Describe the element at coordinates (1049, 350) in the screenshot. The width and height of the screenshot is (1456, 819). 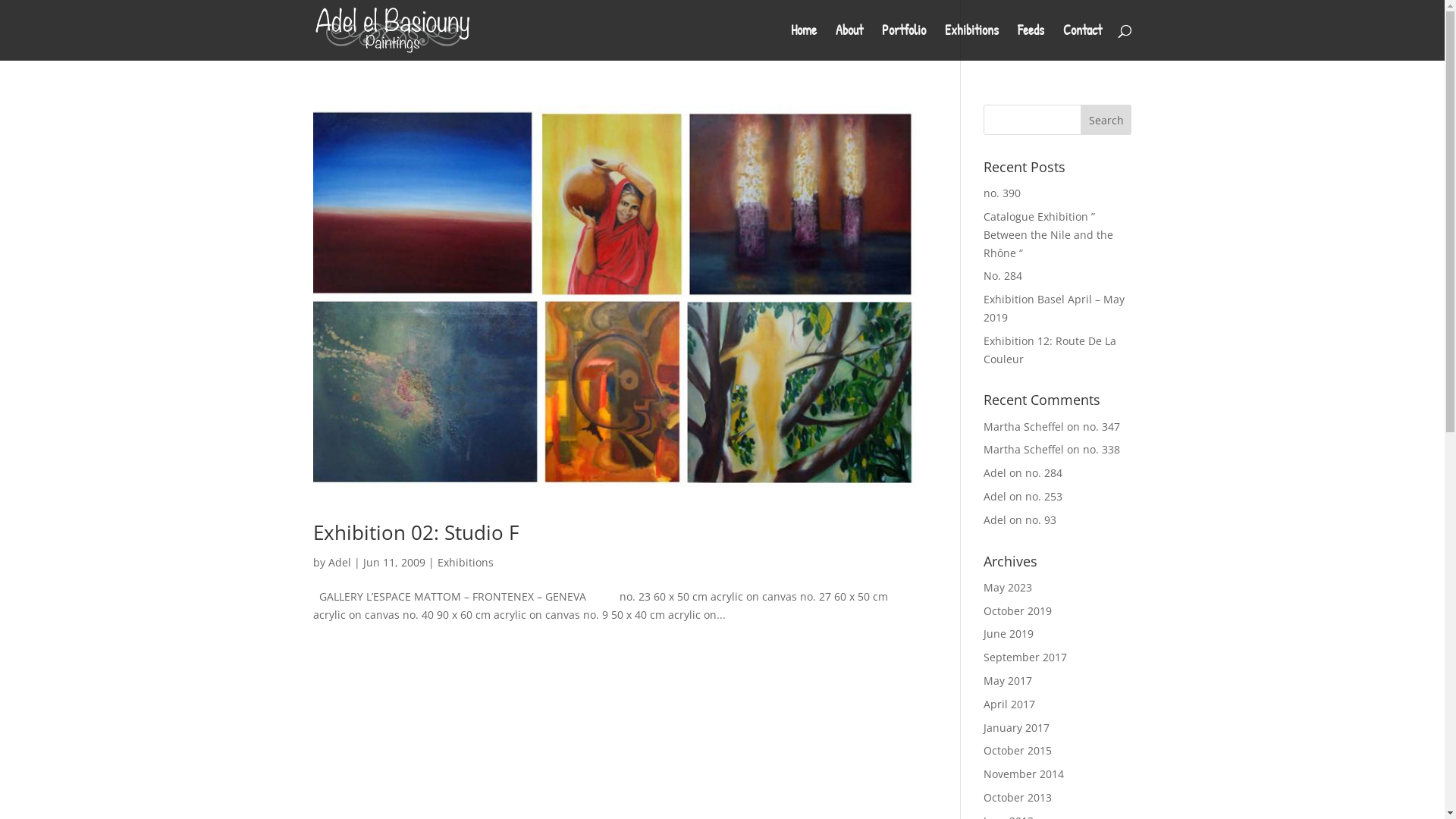
I see `'Exhibition 12: Route De La Couleur'` at that location.